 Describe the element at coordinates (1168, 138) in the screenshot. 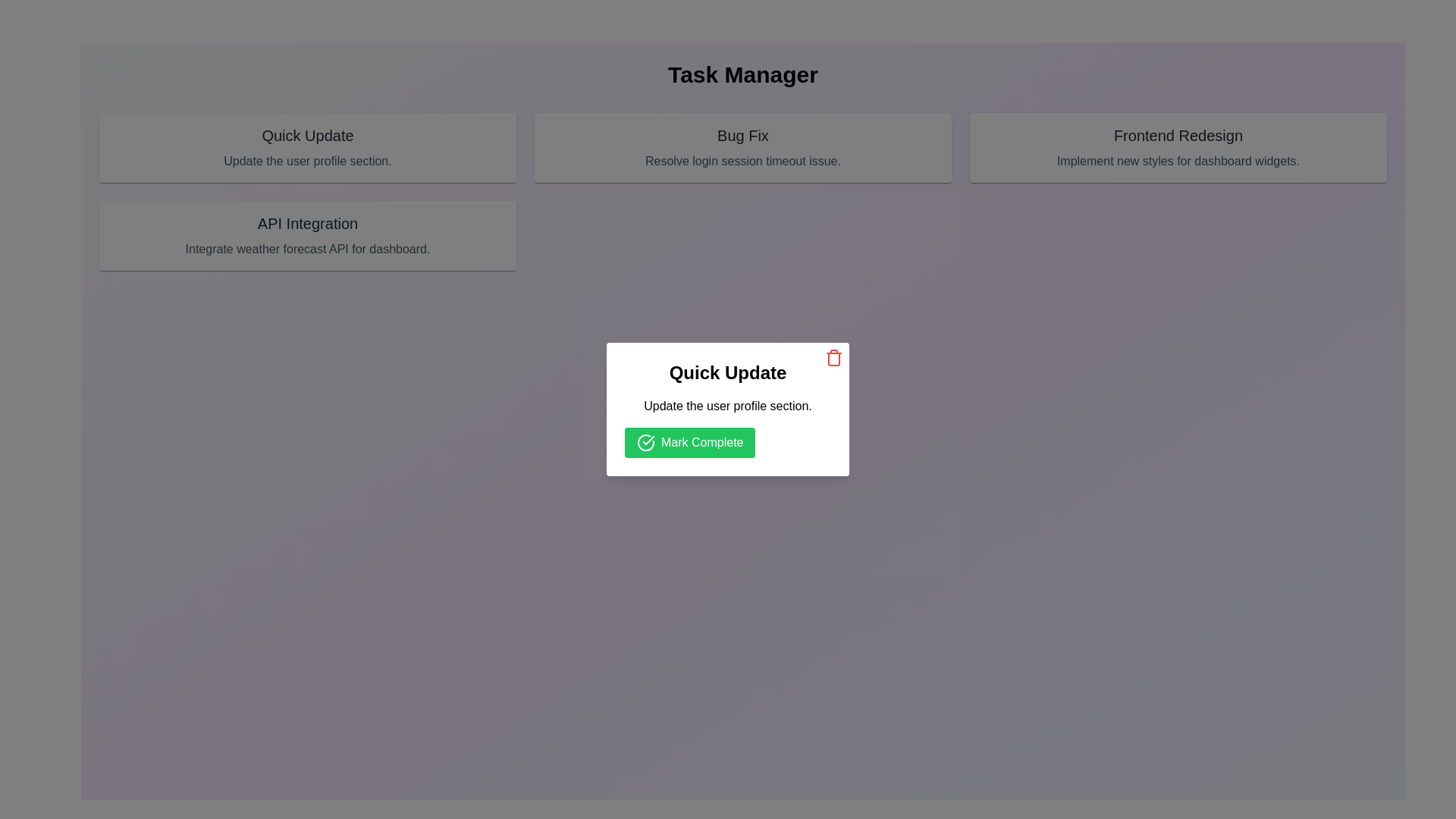

I see `the Informational Card labeled 'Frontend Redesign' which provides details about a project objective related to dashboard widget styling, located in the upper-right portion of the user interface` at that location.